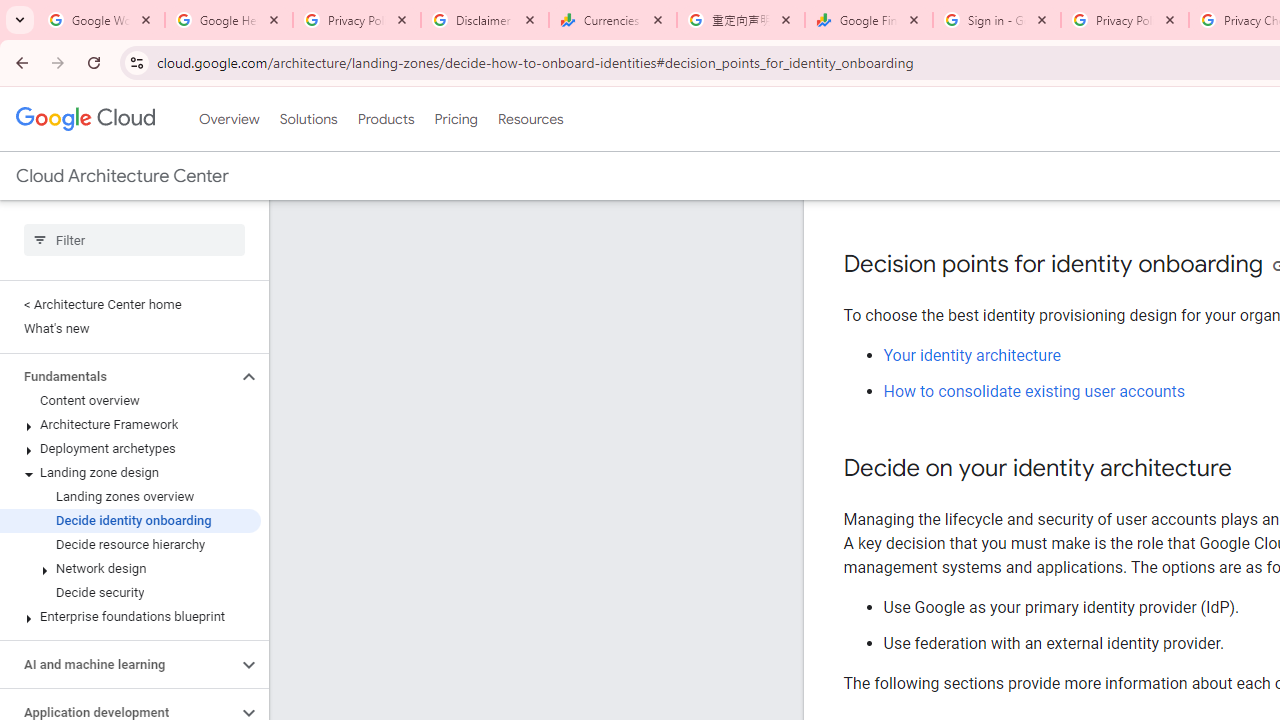 Image resolution: width=1280 pixels, height=720 pixels. What do you see at coordinates (100, 20) in the screenshot?
I see `'Google Workspace Admin Community'` at bounding box center [100, 20].